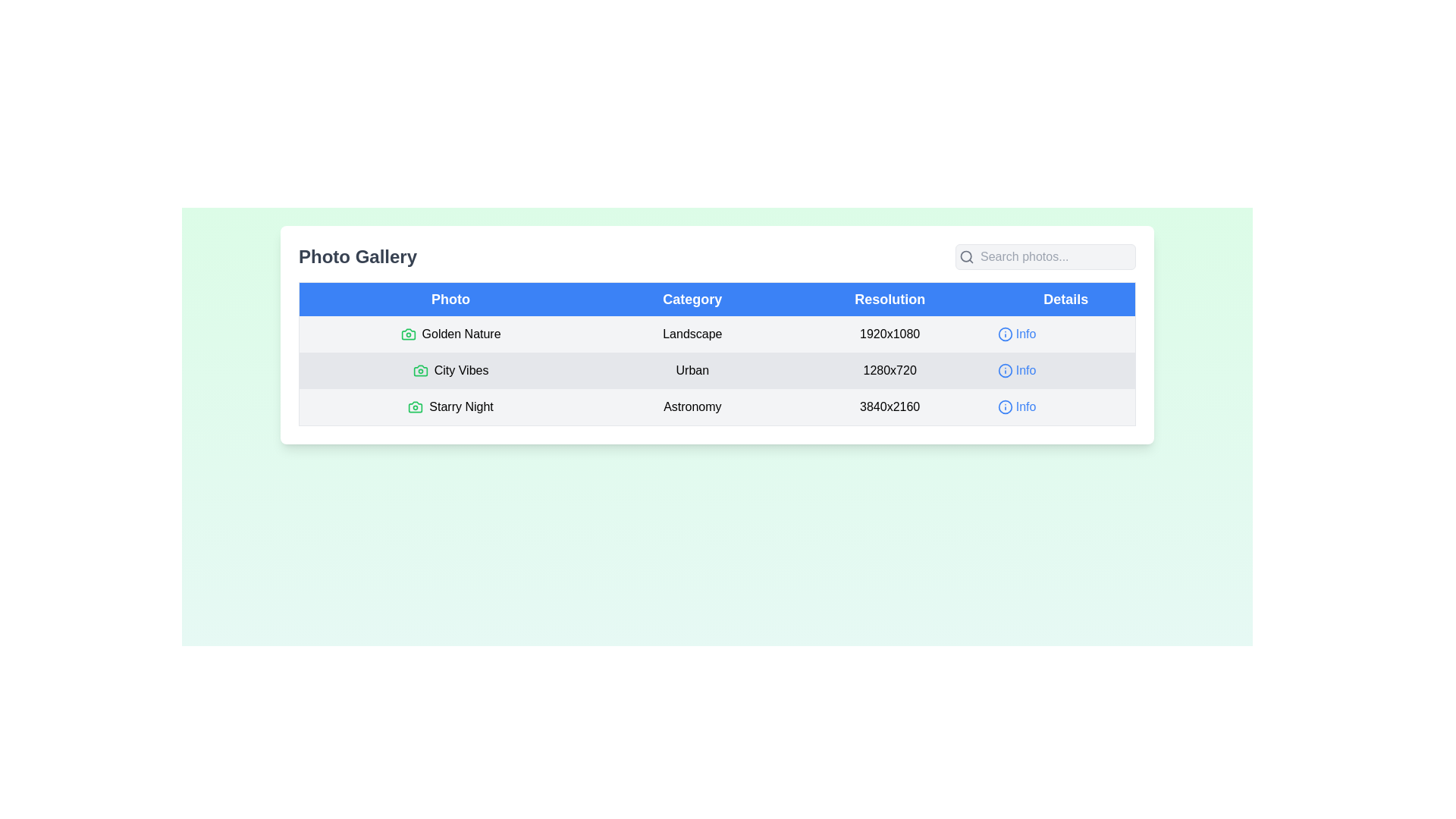  I want to click on the Column Header Label for the 'Category' column, which is the second tab from the left in a row of four tabs, centrally aligned above the photo categories table, so click(692, 299).